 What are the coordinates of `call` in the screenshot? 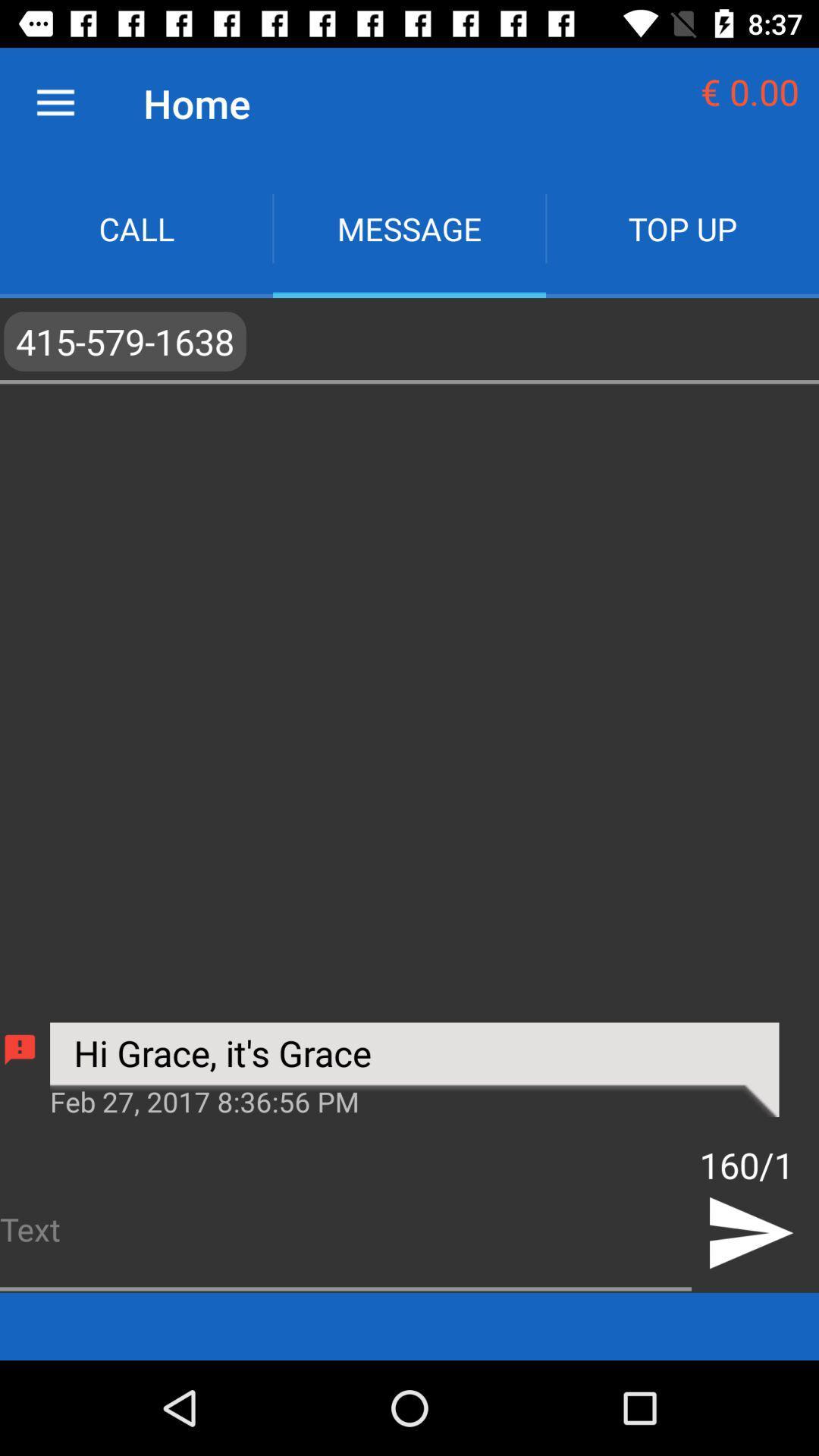 It's located at (136, 227).